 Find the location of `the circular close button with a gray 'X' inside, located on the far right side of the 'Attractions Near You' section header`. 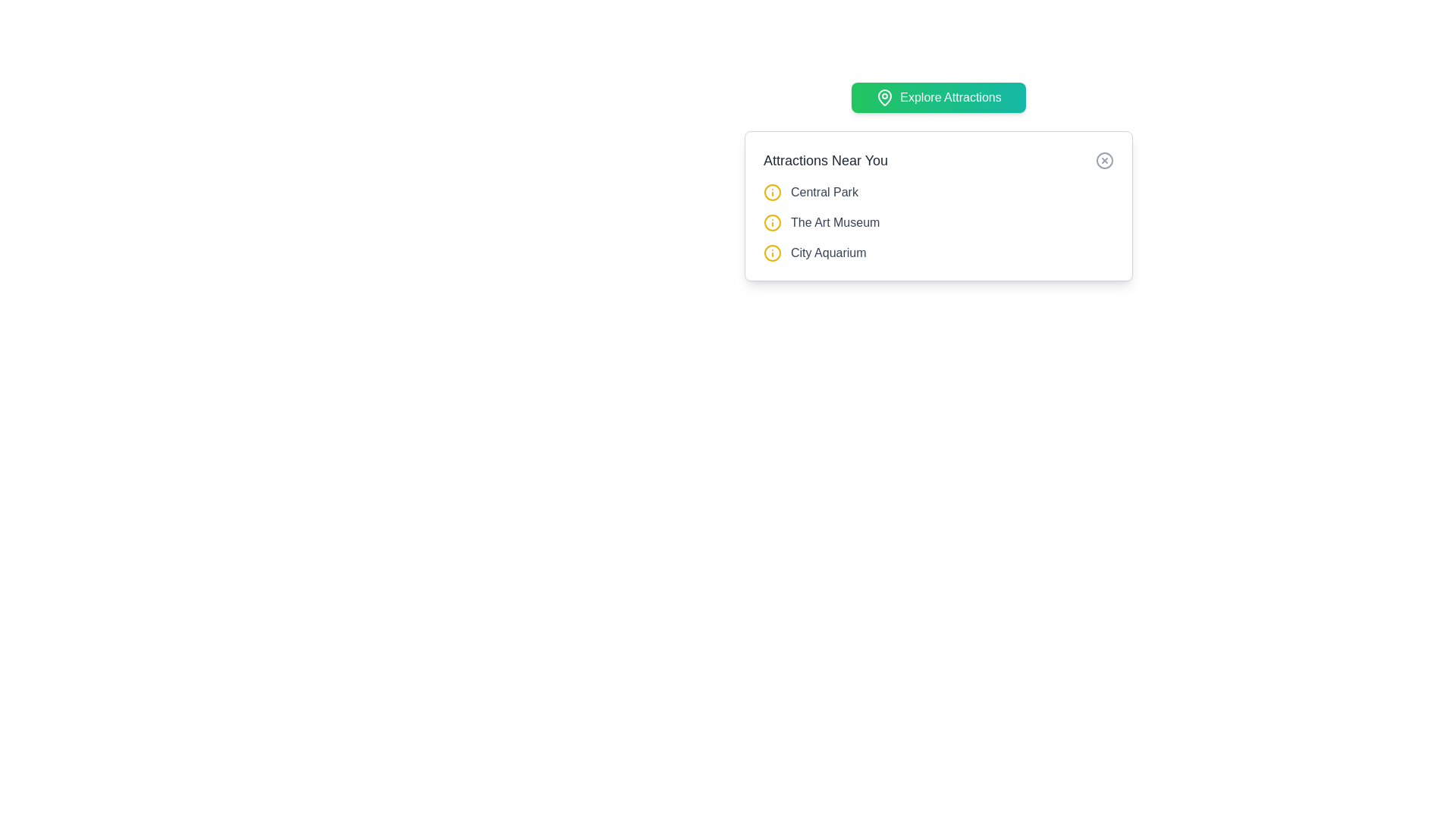

the circular close button with a gray 'X' inside, located on the far right side of the 'Attractions Near You' section header is located at coordinates (1105, 161).